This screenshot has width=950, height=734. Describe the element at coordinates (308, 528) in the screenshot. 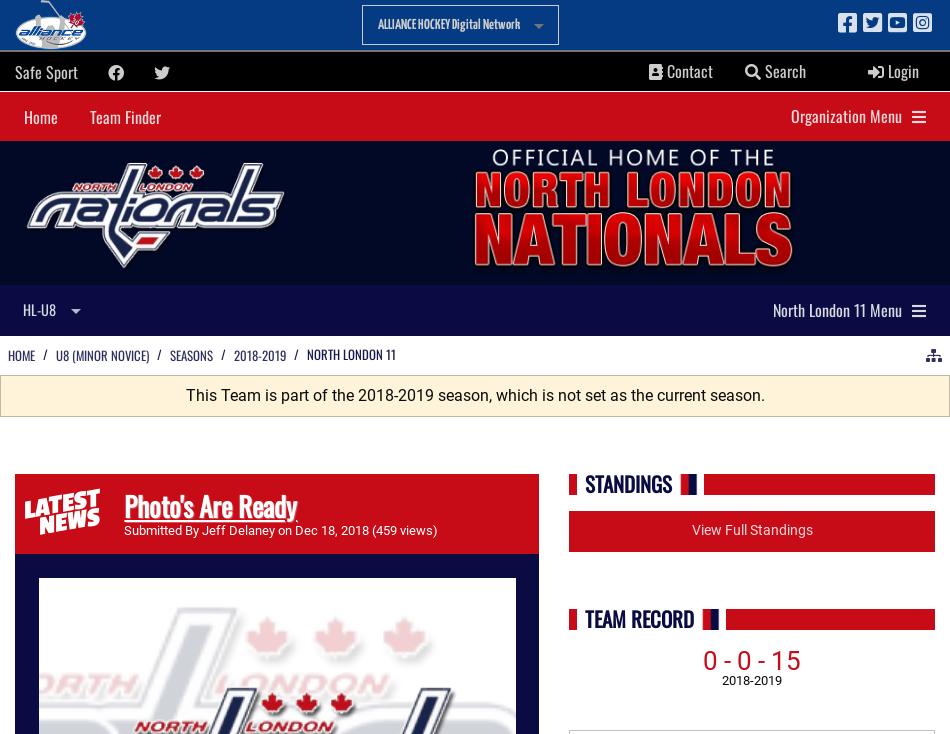

I see `'By Jeff Delaney on Feb 12, 2019 (794 views)'` at that location.